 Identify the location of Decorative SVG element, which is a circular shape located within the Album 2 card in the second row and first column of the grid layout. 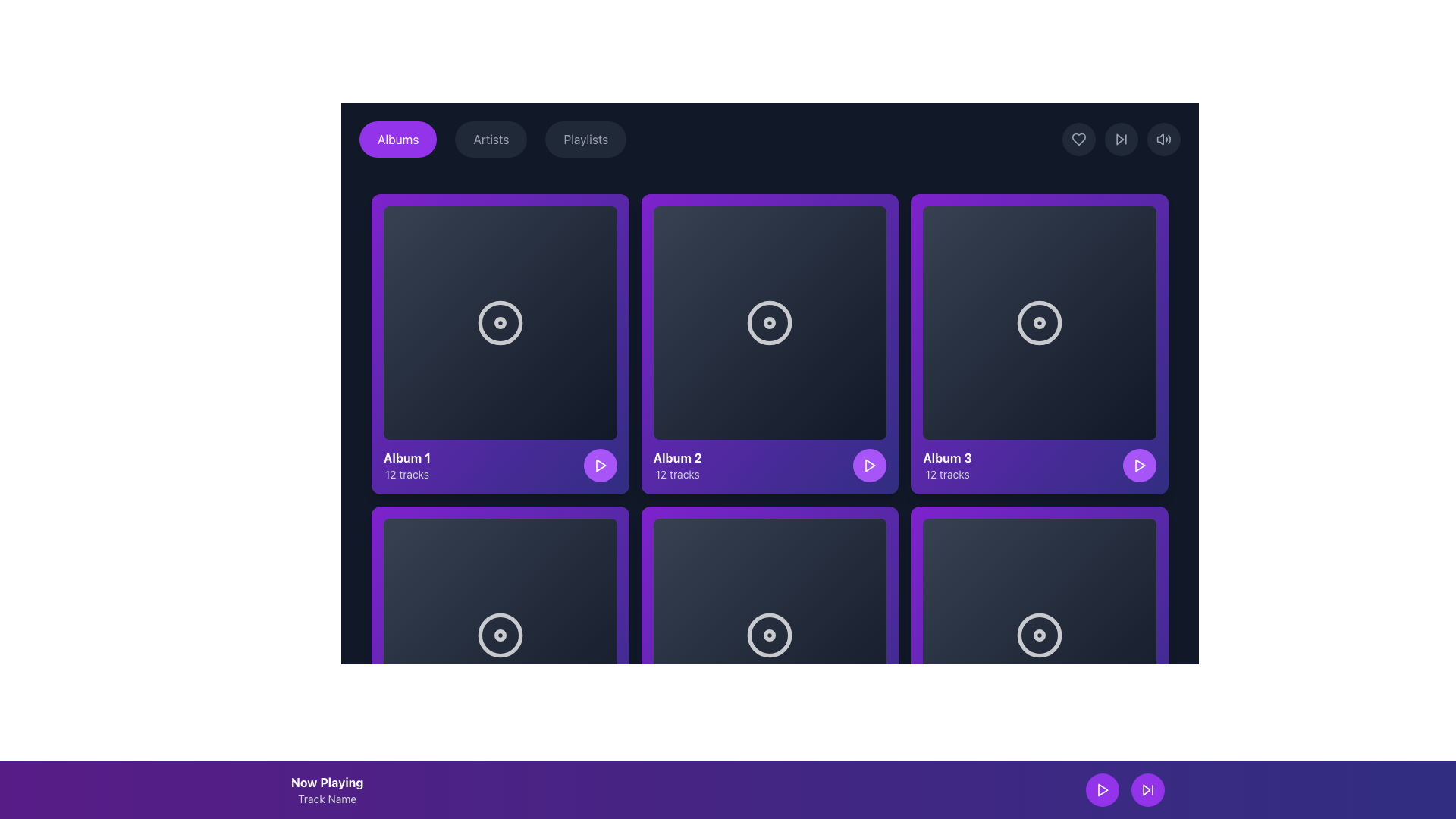
(770, 322).